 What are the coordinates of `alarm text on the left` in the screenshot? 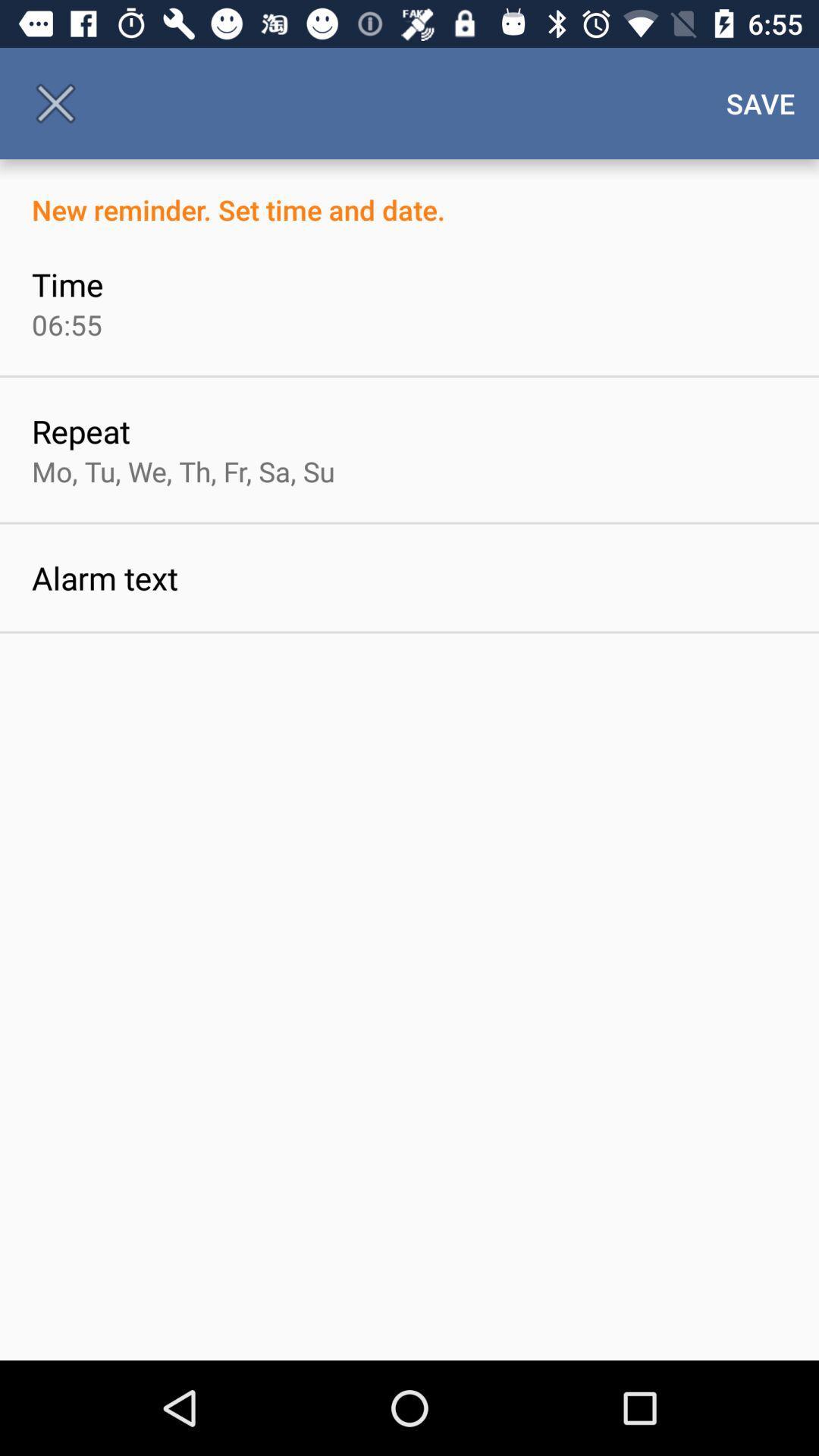 It's located at (104, 577).